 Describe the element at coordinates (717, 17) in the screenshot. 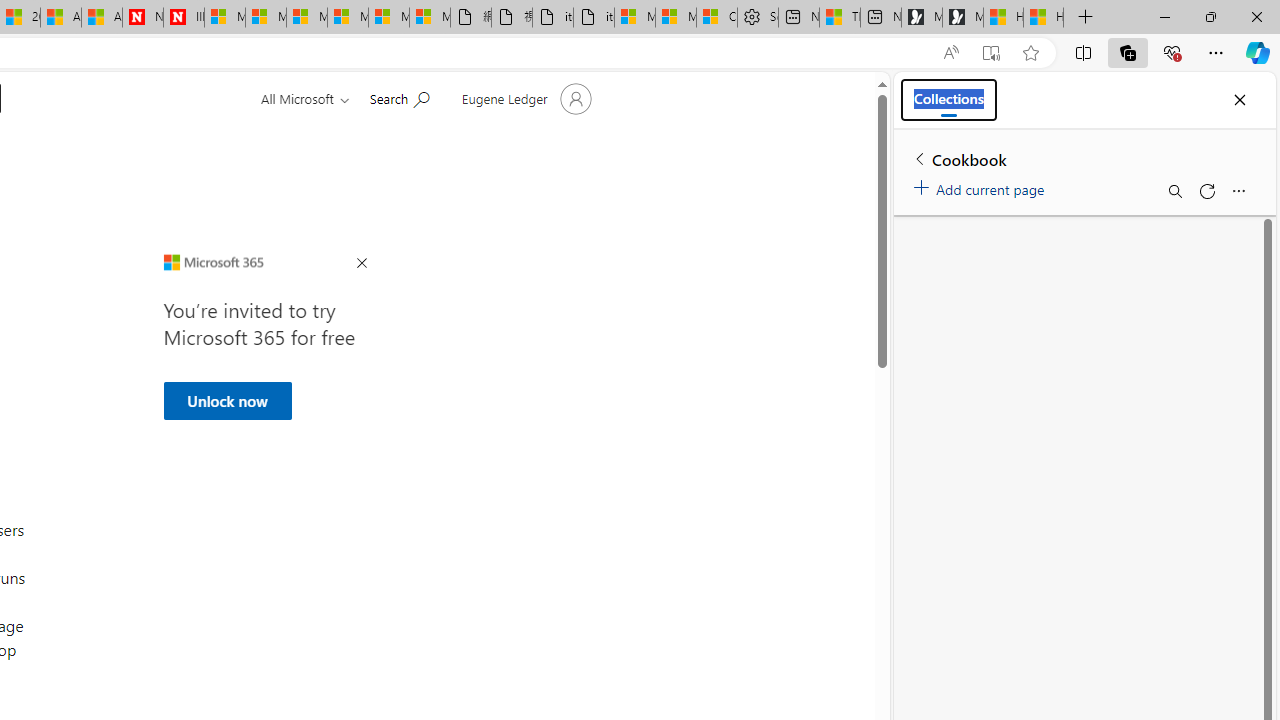

I see `'Consumer Health Data Privacy Policy'` at that location.